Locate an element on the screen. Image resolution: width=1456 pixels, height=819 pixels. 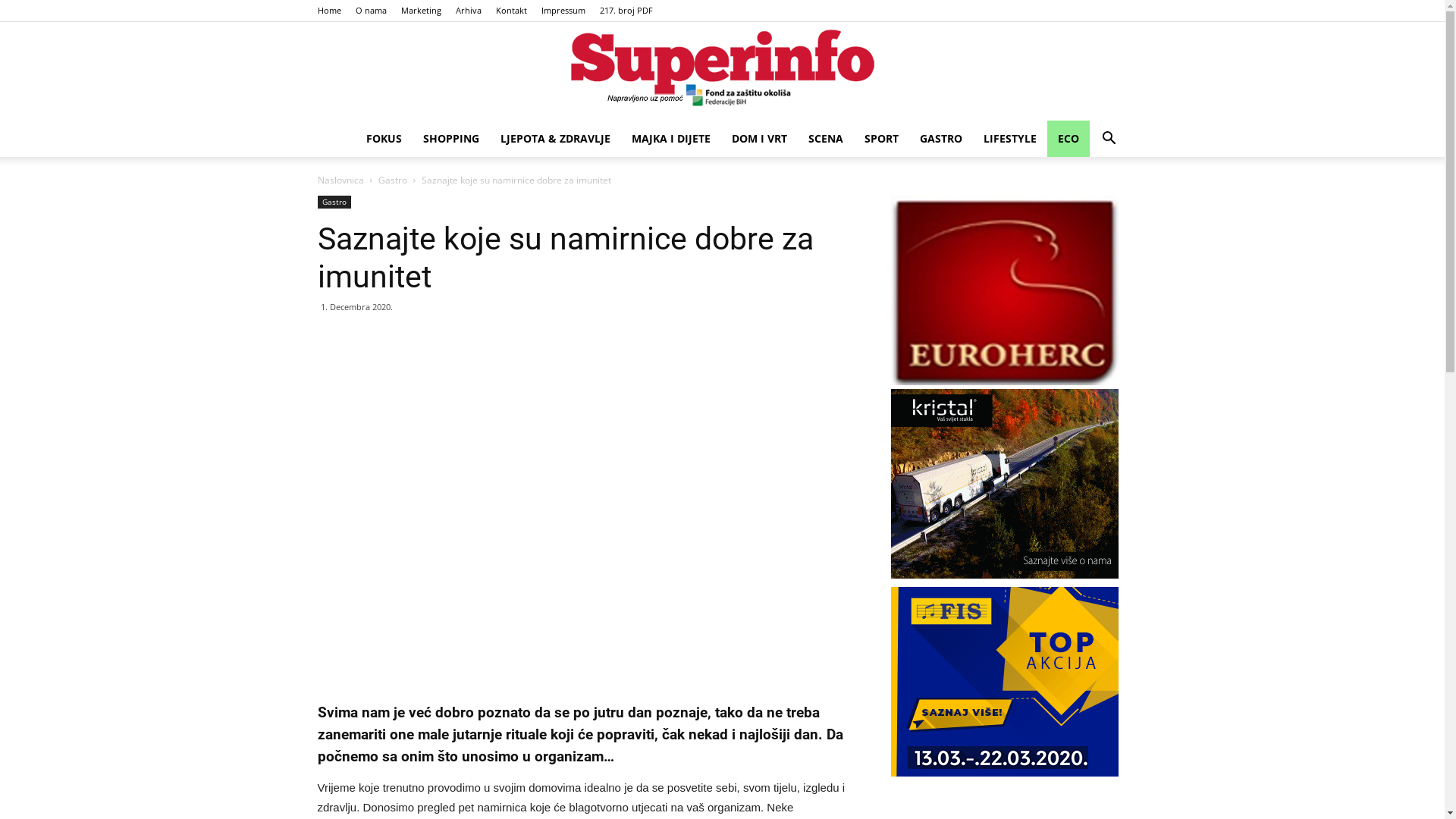
'Kontakt' is located at coordinates (511, 10).